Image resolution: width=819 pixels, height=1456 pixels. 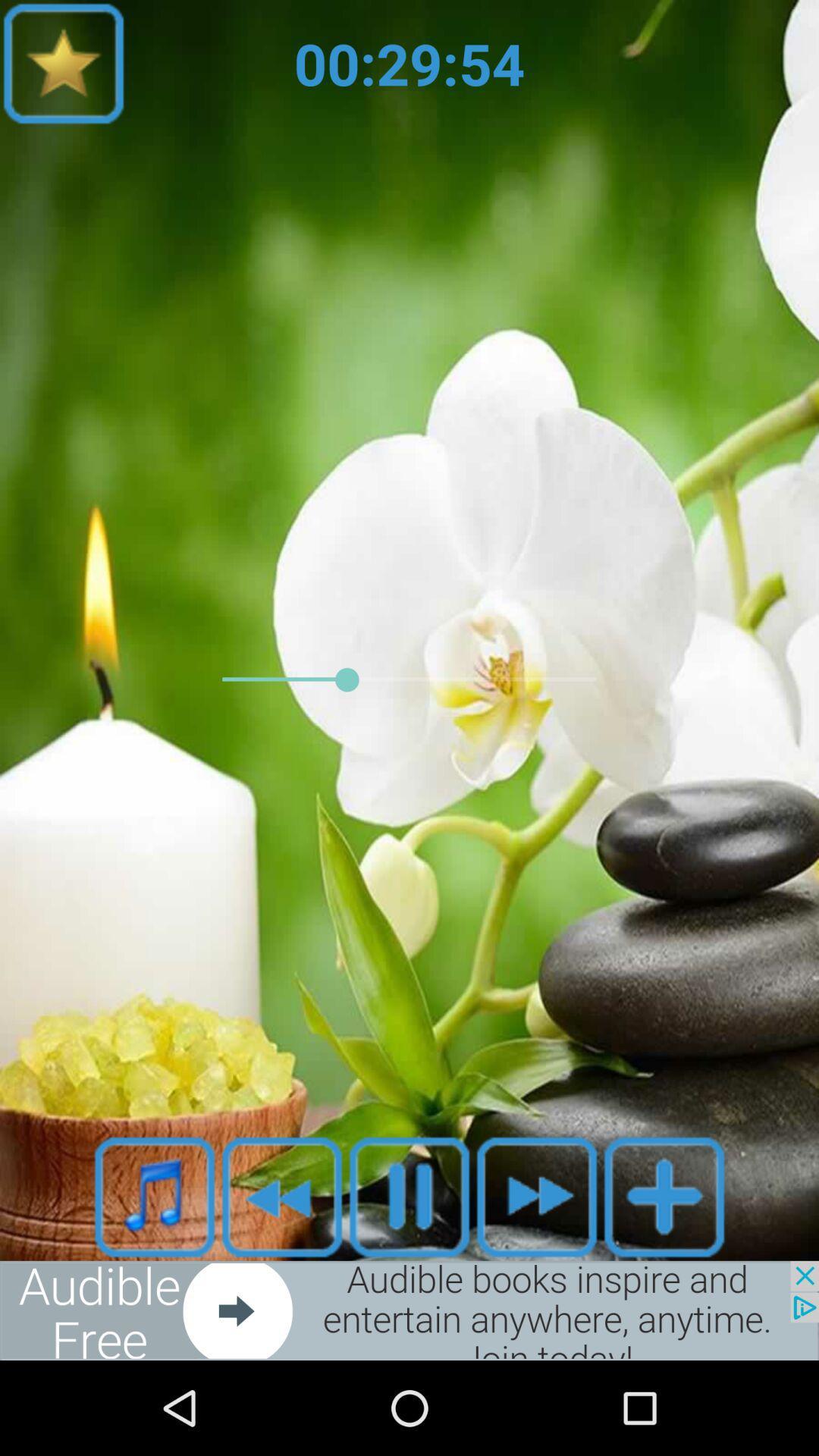 I want to click on the pause icon, so click(x=409, y=1196).